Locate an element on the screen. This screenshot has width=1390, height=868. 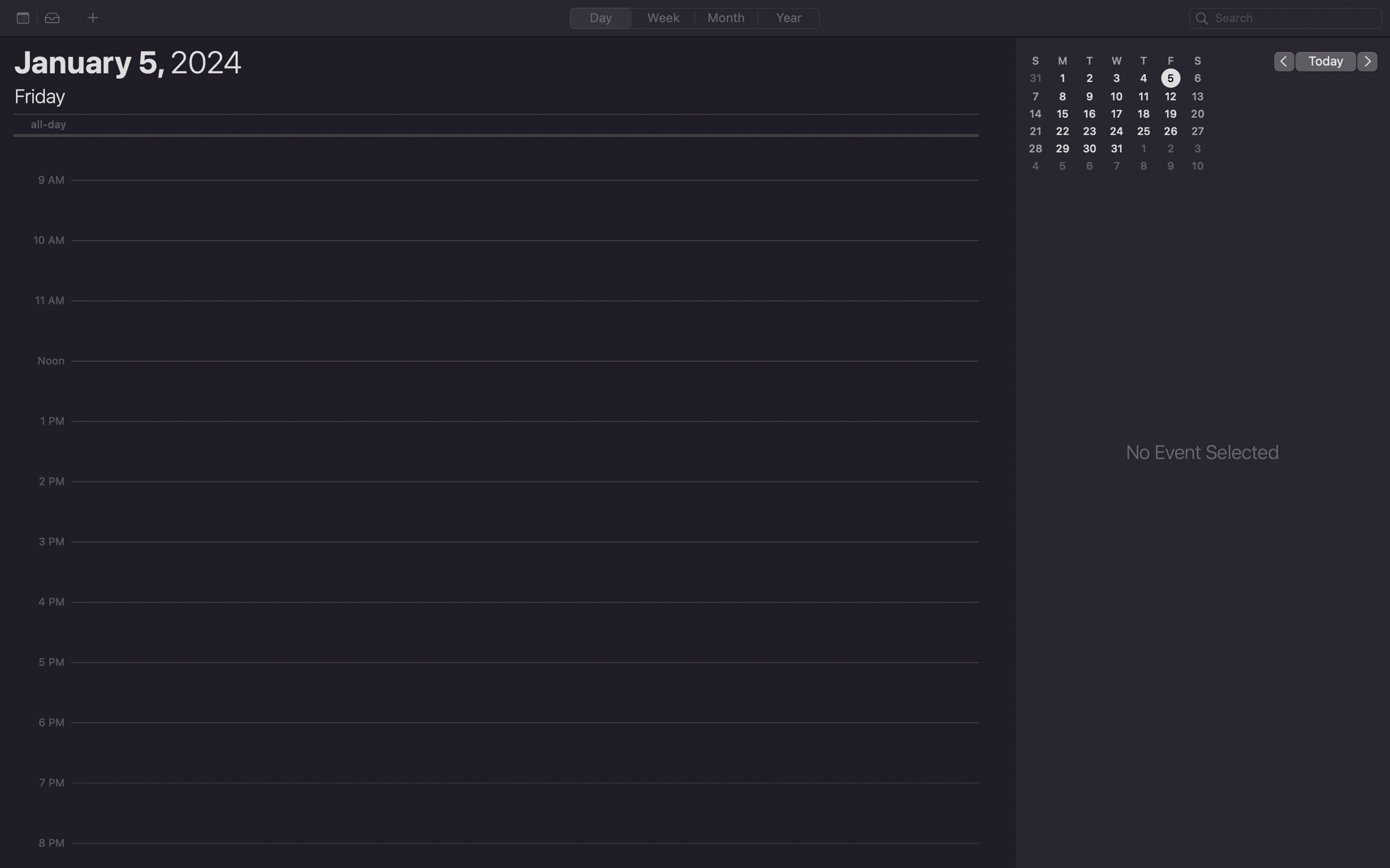
Activate the options settings is located at coordinates (22, 17).